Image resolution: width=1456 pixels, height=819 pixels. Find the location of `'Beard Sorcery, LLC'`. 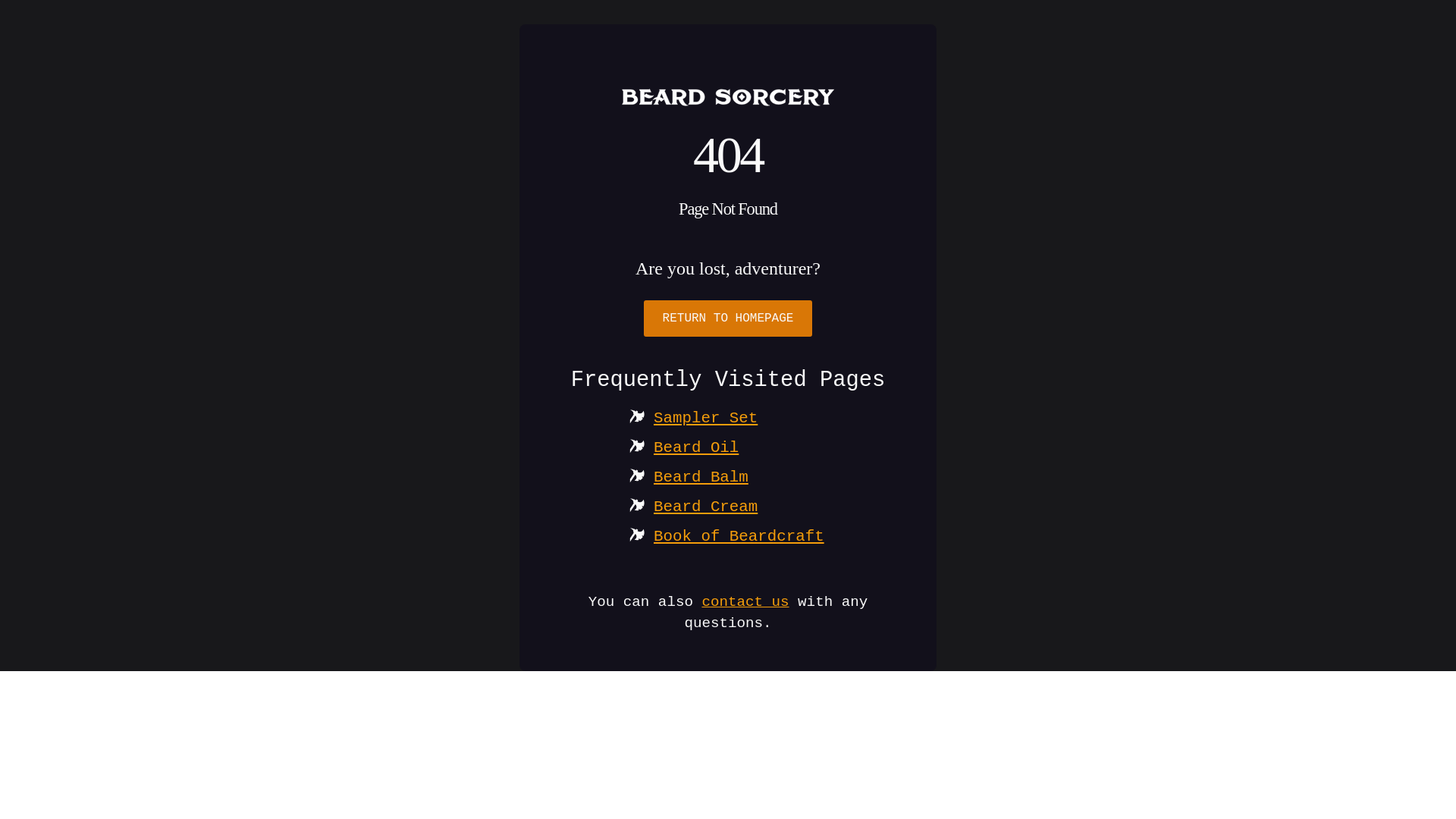

'Beard Sorcery, LLC' is located at coordinates (728, 96).